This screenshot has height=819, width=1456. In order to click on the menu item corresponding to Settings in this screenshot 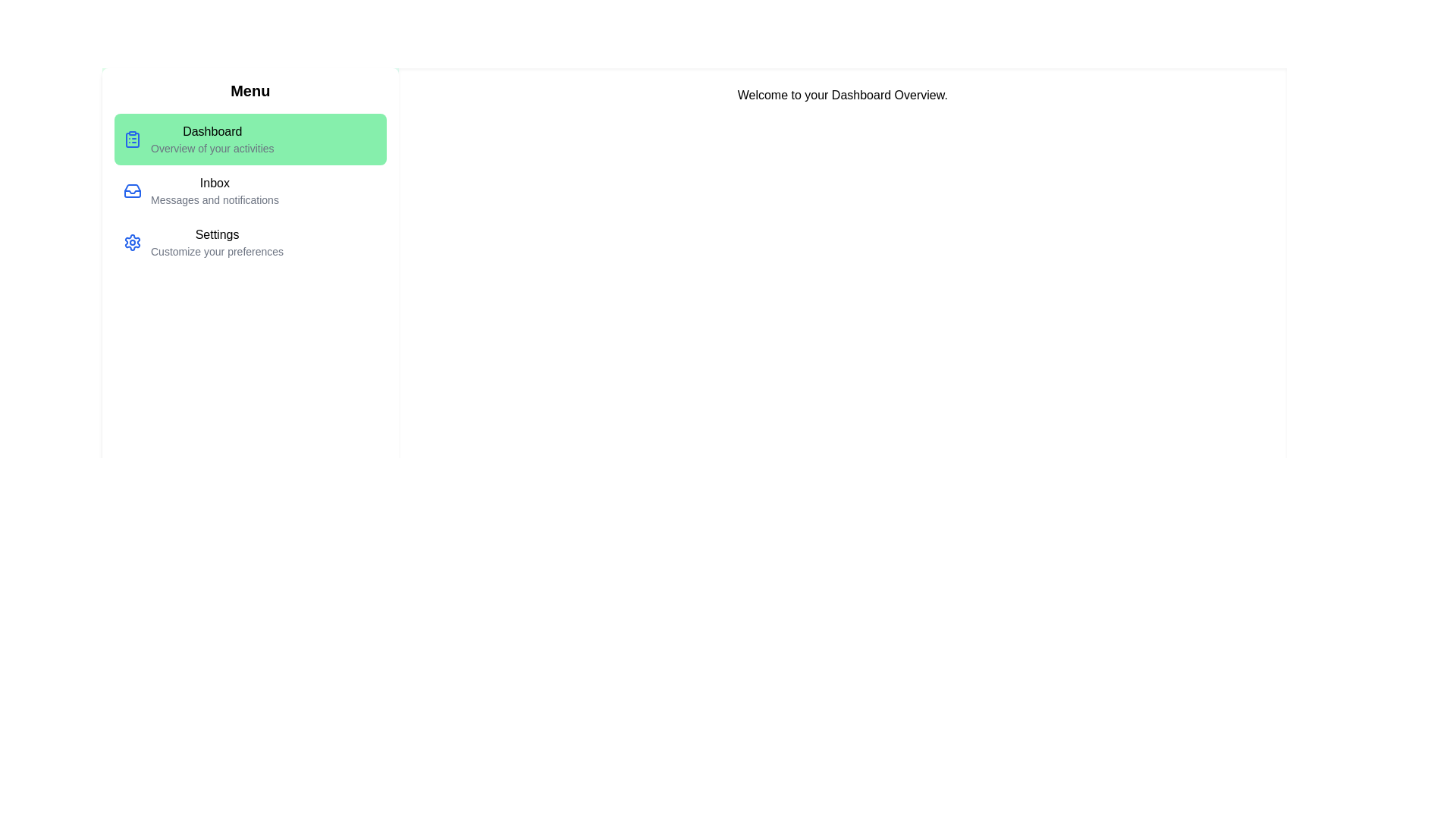, I will do `click(250, 242)`.